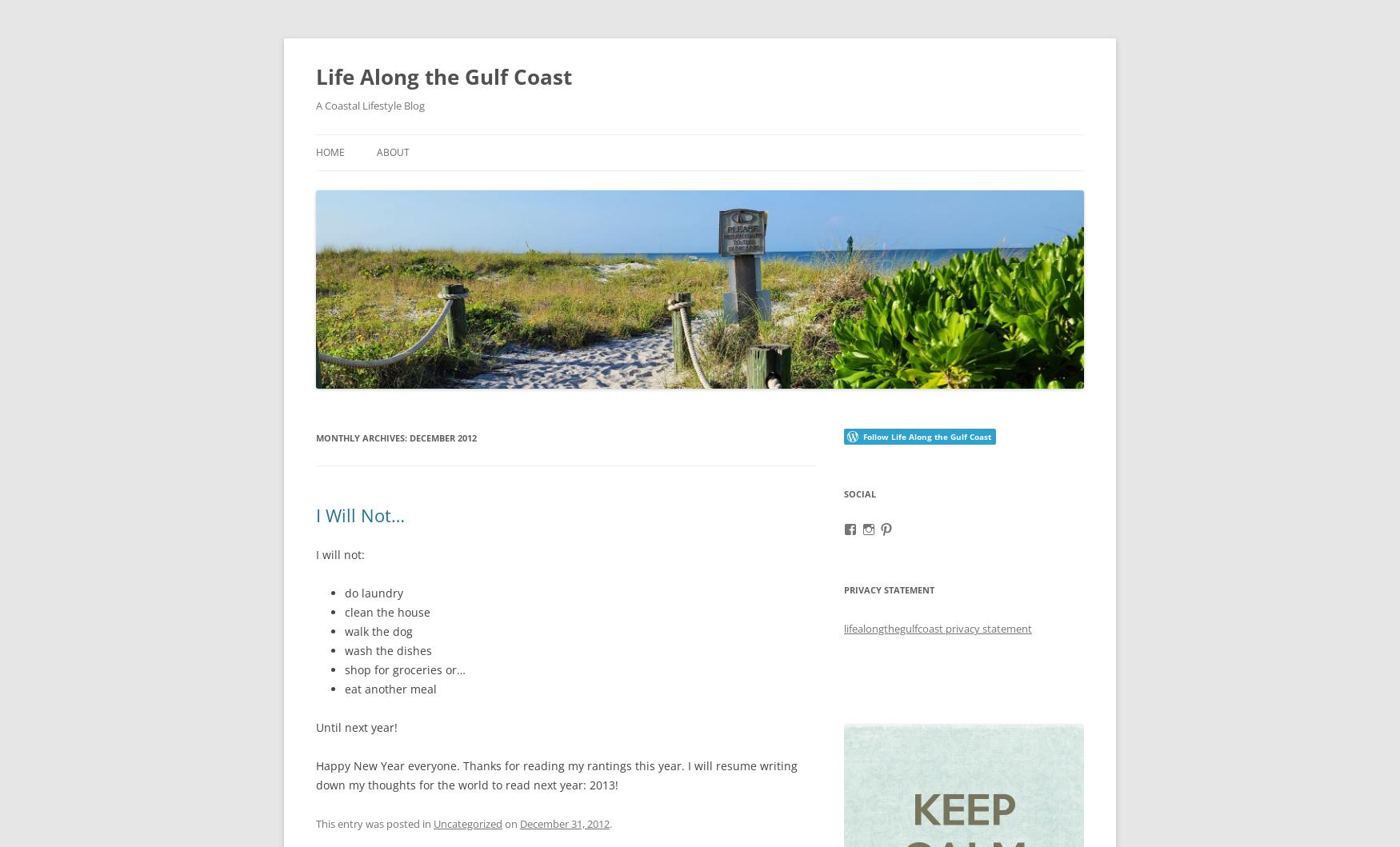 The height and width of the screenshot is (847, 1400). What do you see at coordinates (610, 822) in the screenshot?
I see `'.'` at bounding box center [610, 822].